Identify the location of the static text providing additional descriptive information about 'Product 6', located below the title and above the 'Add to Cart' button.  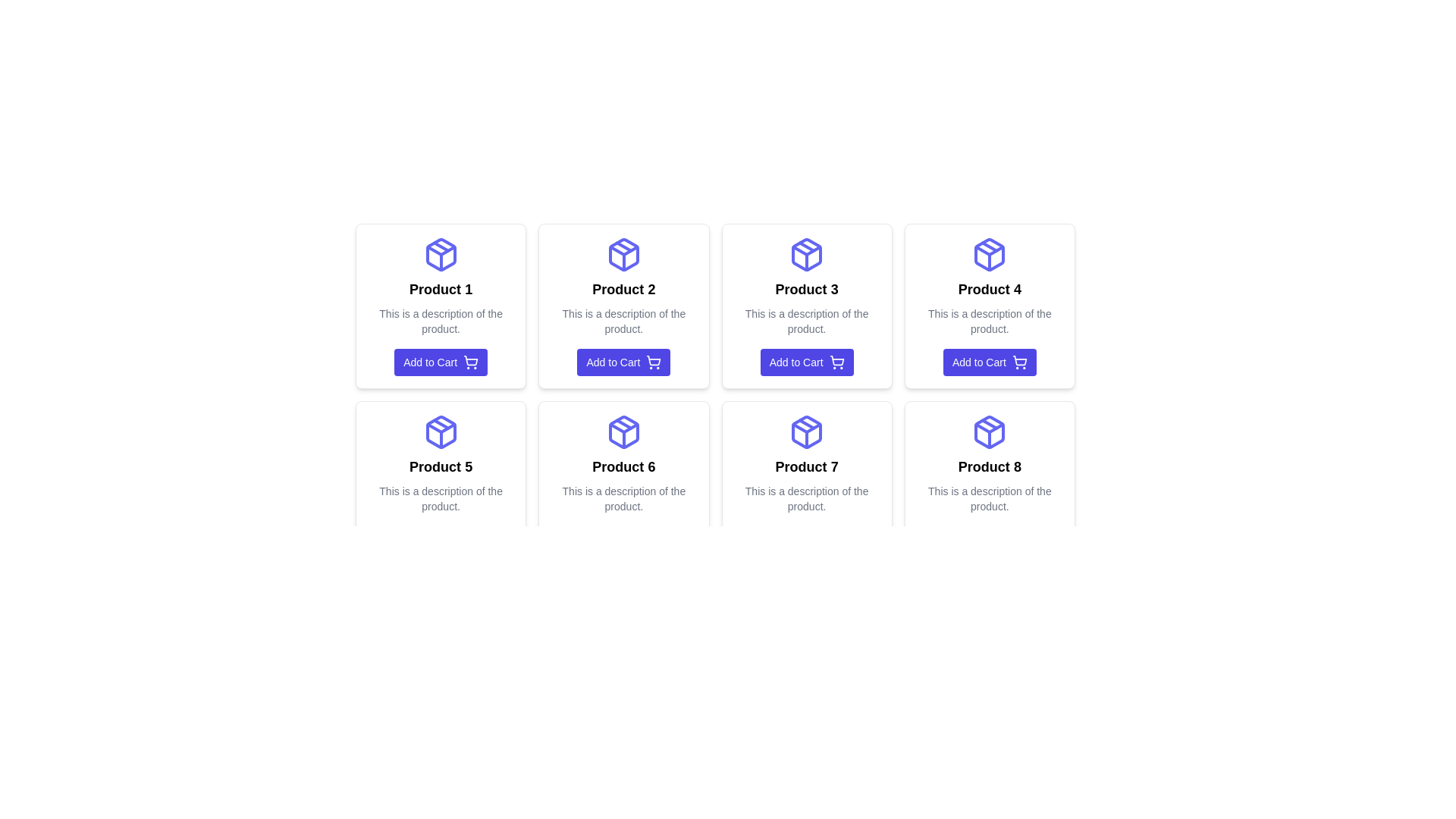
(623, 499).